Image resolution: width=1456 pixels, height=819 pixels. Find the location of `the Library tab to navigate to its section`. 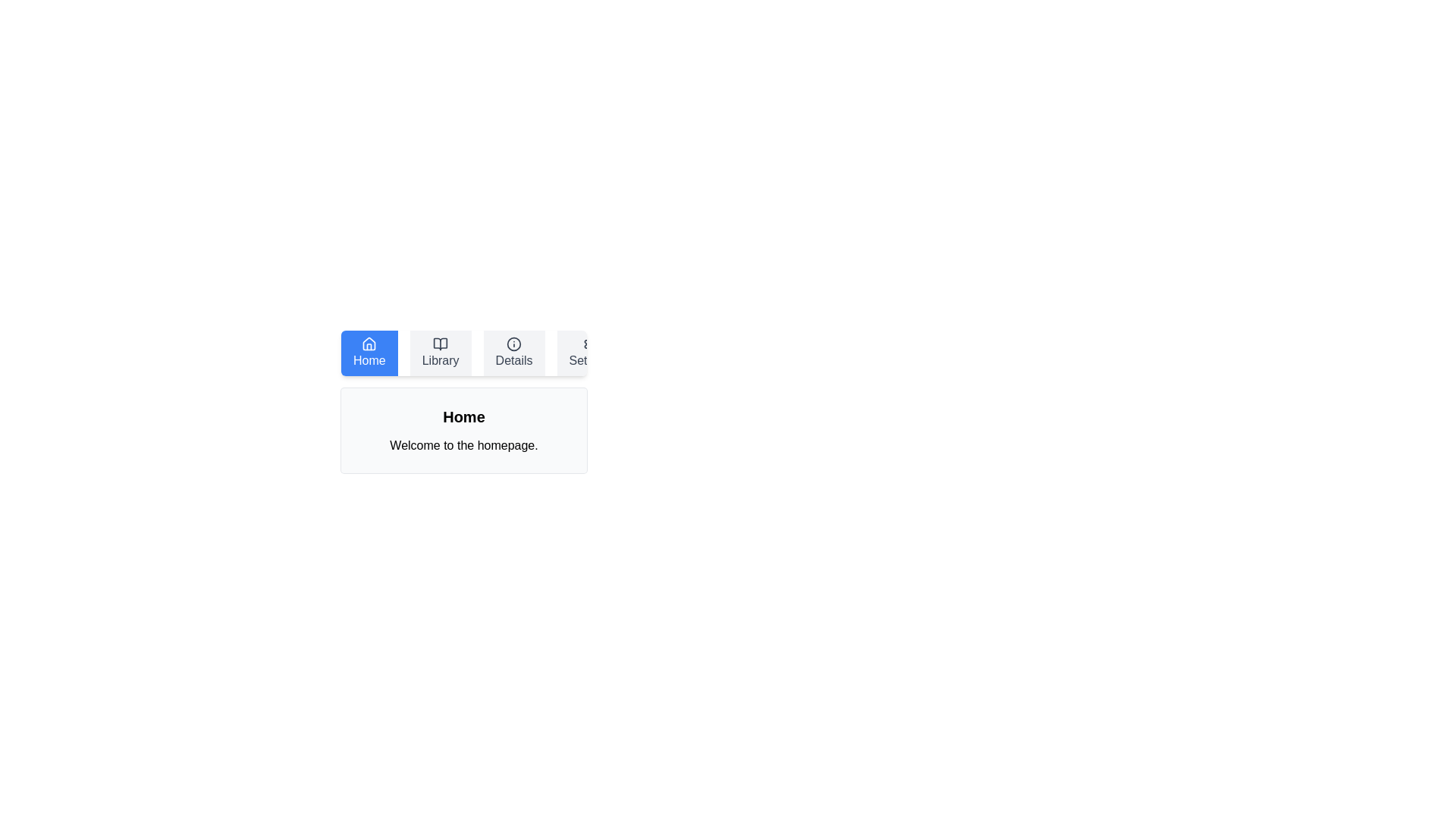

the Library tab to navigate to its section is located at coordinates (439, 353).